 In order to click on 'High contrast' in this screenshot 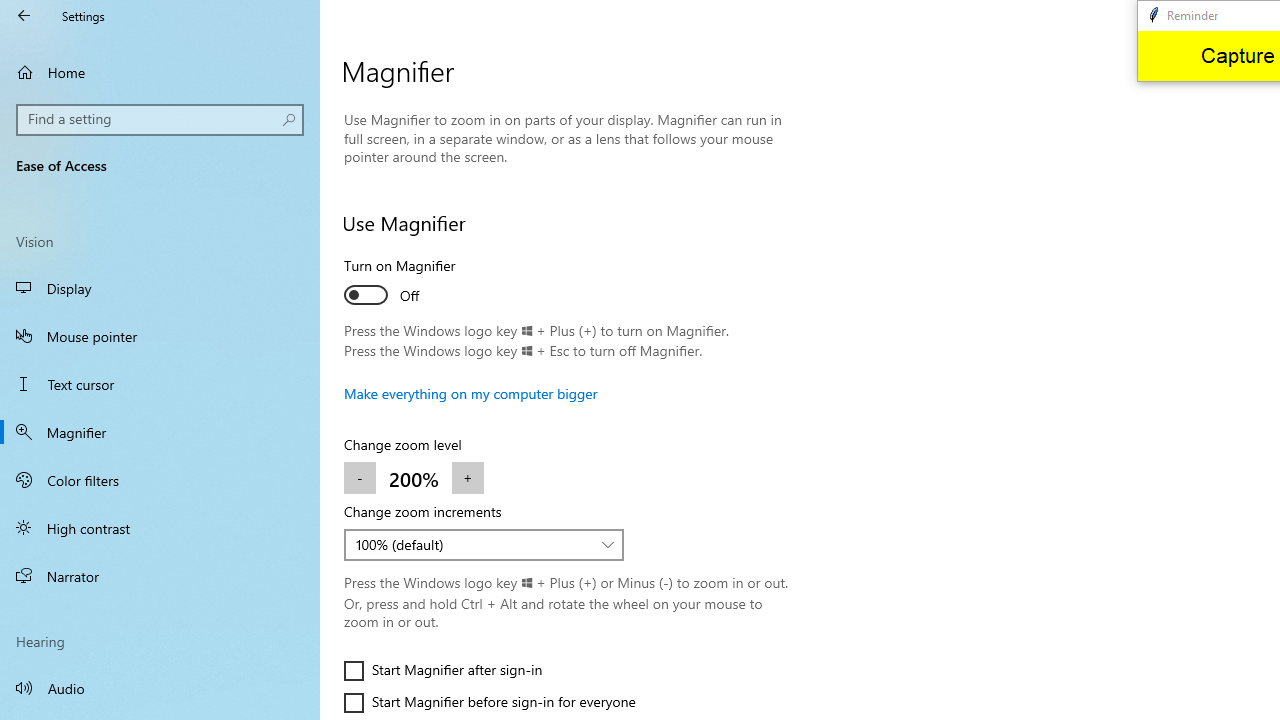, I will do `click(160, 527)`.